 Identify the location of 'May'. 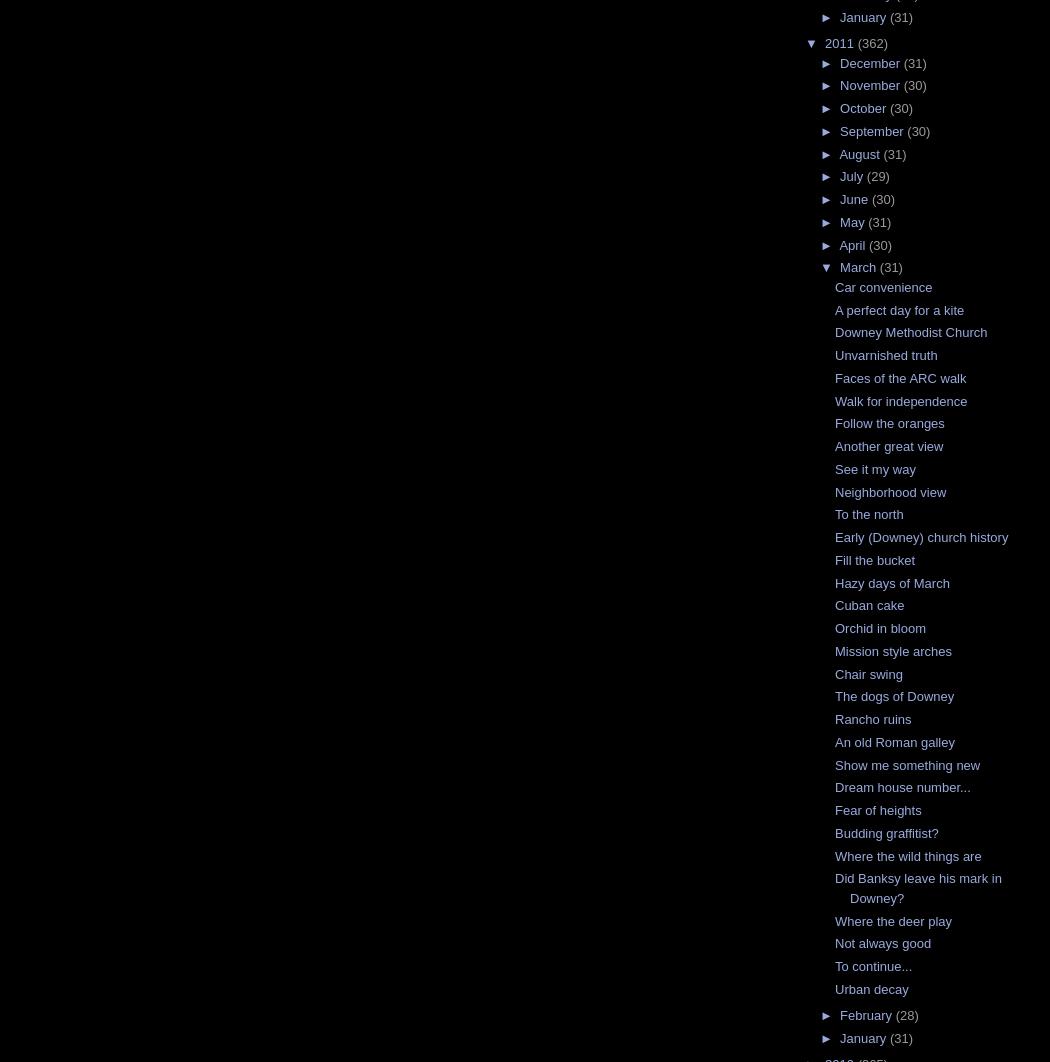
(840, 221).